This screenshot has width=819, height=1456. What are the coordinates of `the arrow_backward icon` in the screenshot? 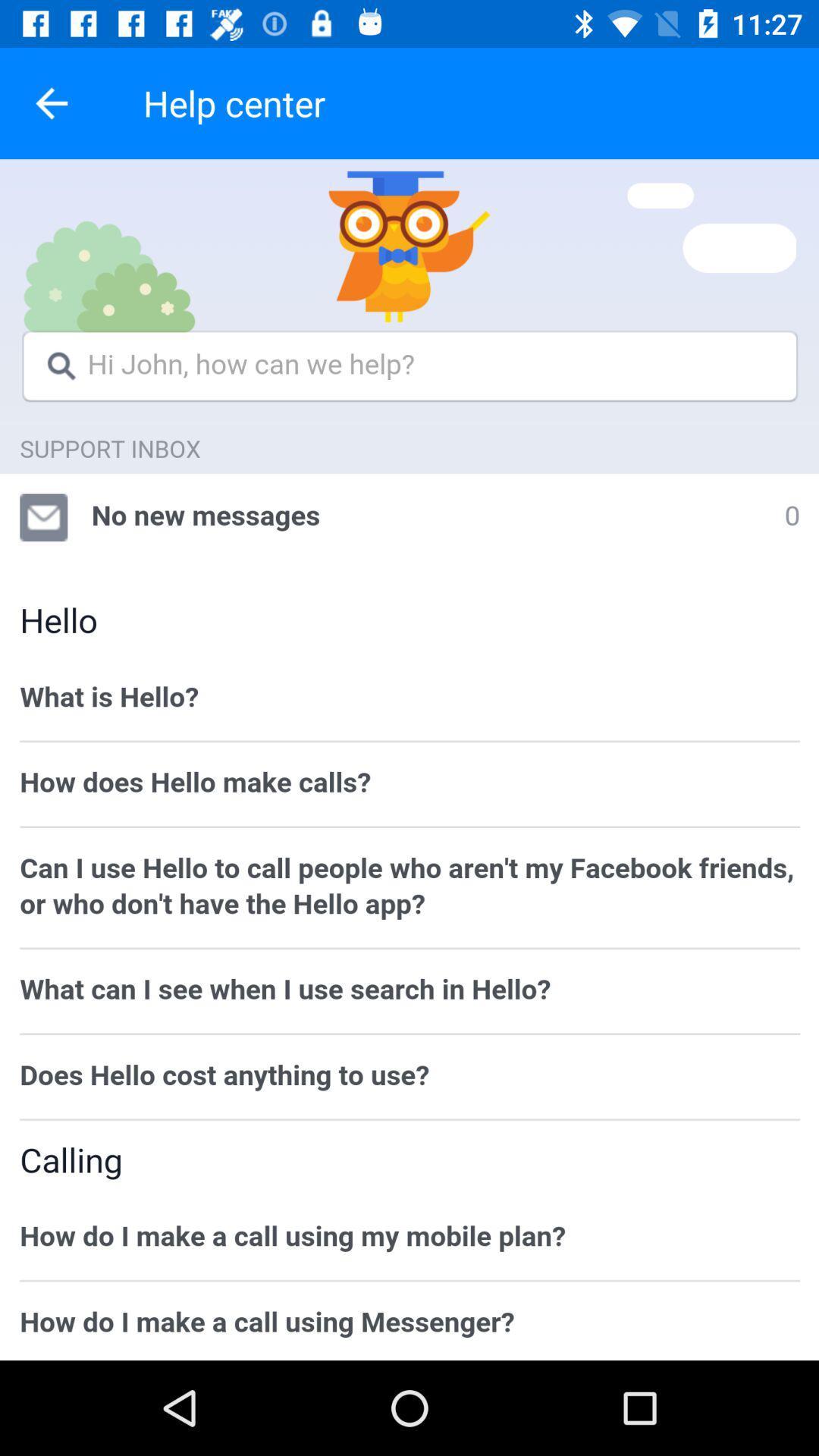 It's located at (51, 102).